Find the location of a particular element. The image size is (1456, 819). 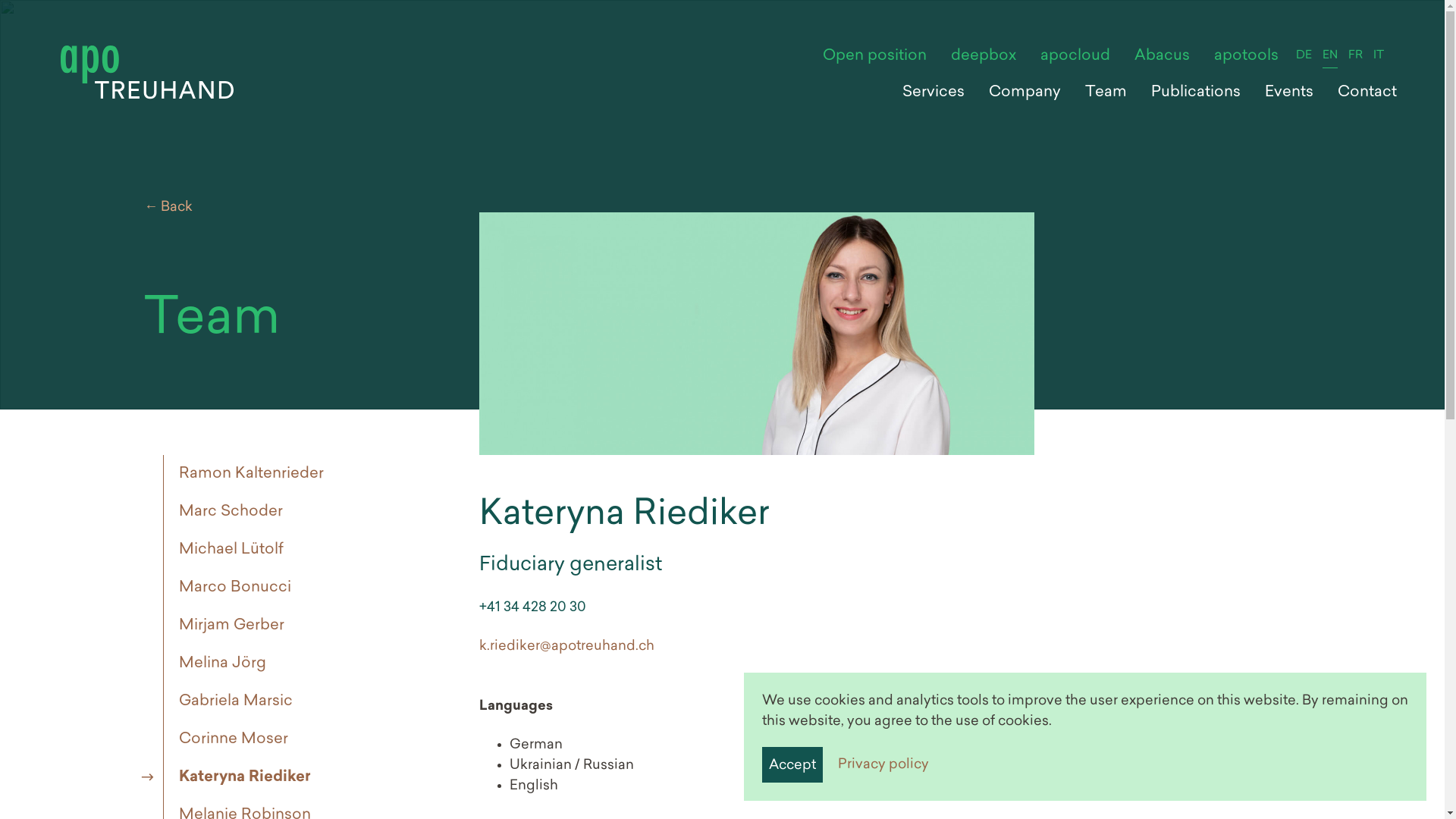

'apotools' is located at coordinates (1246, 55).